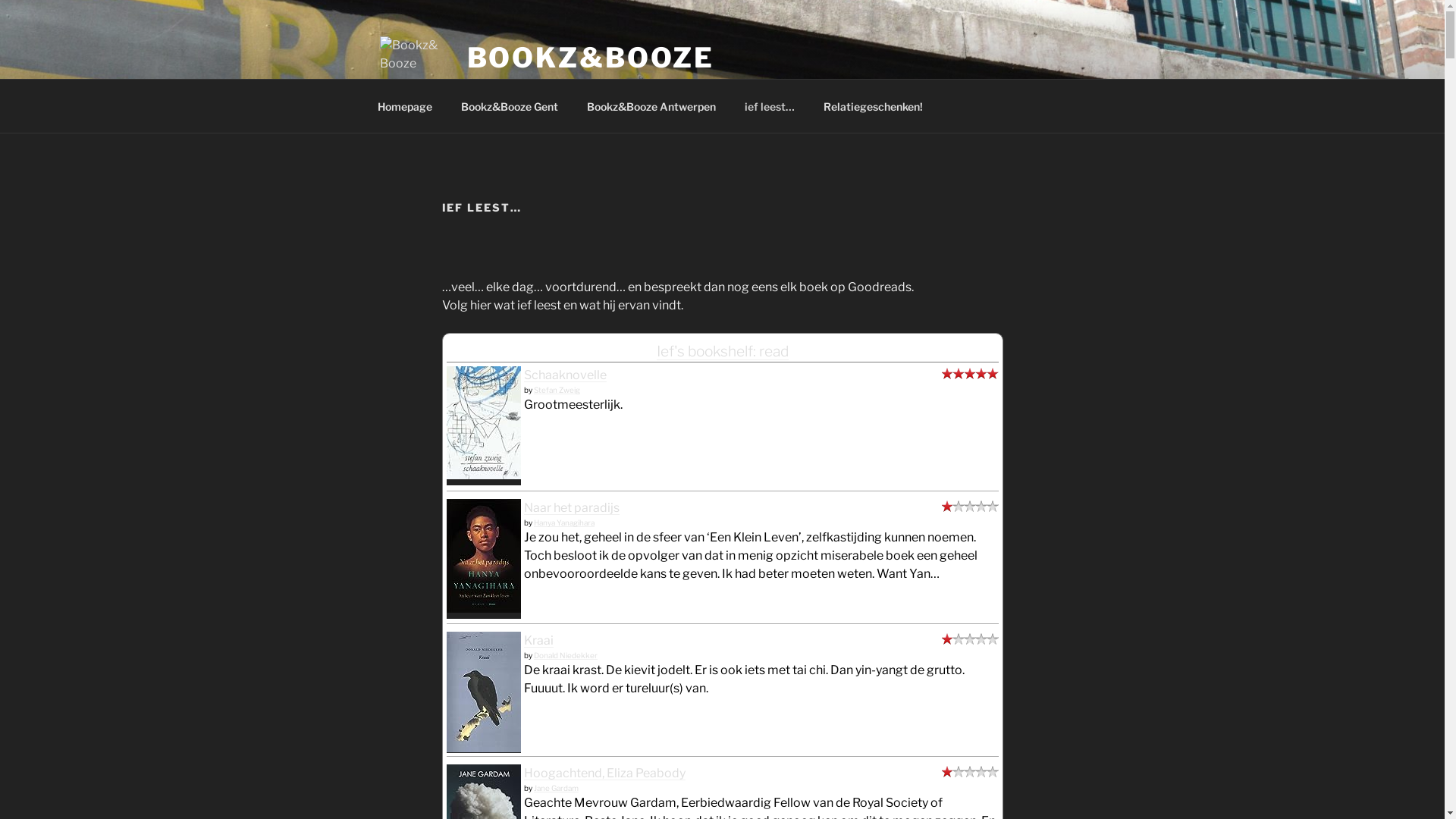  What do you see at coordinates (563, 522) in the screenshot?
I see `'Hanya Yanagihara'` at bounding box center [563, 522].